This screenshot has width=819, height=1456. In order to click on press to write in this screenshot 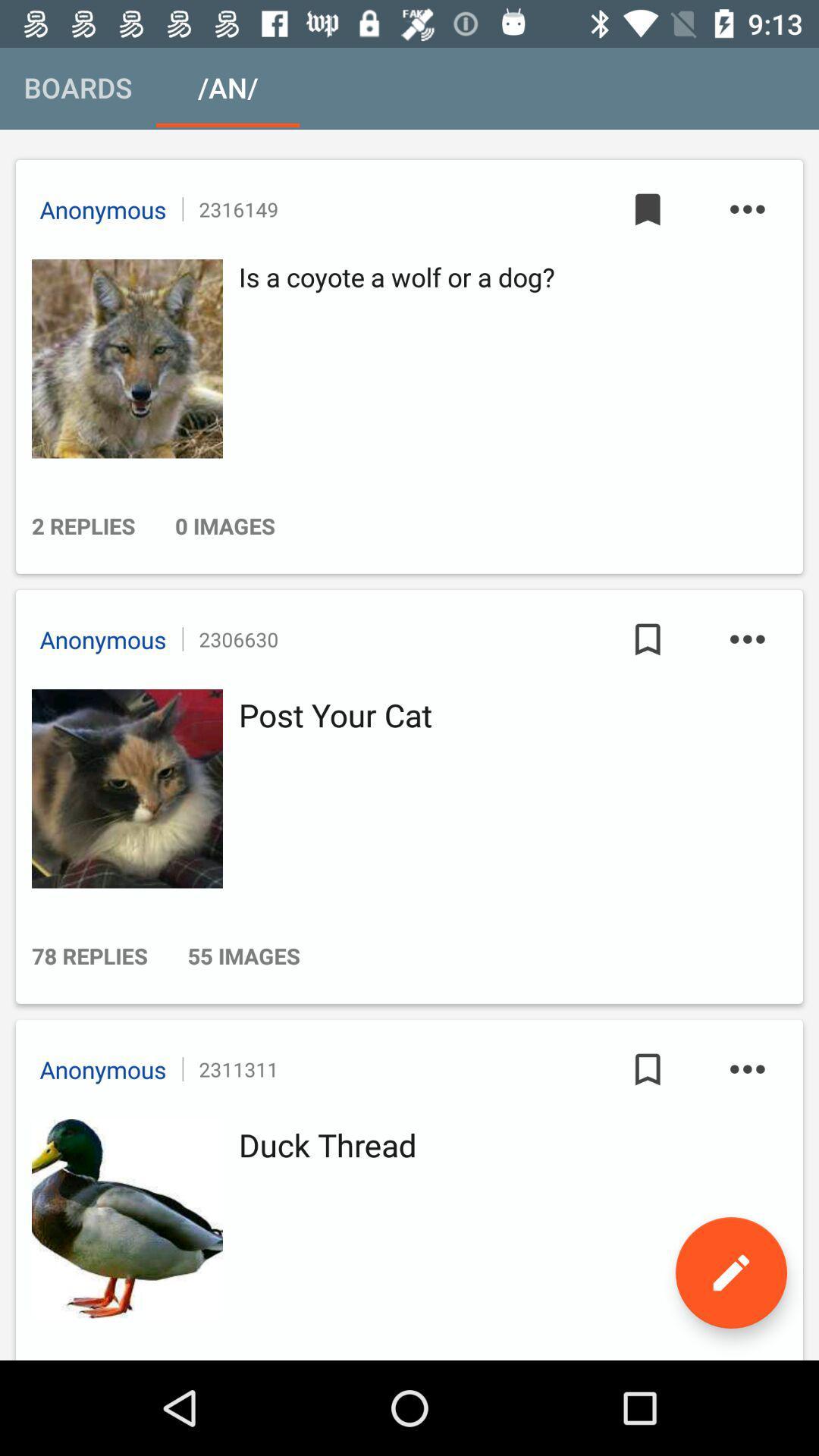, I will do `click(730, 1272)`.